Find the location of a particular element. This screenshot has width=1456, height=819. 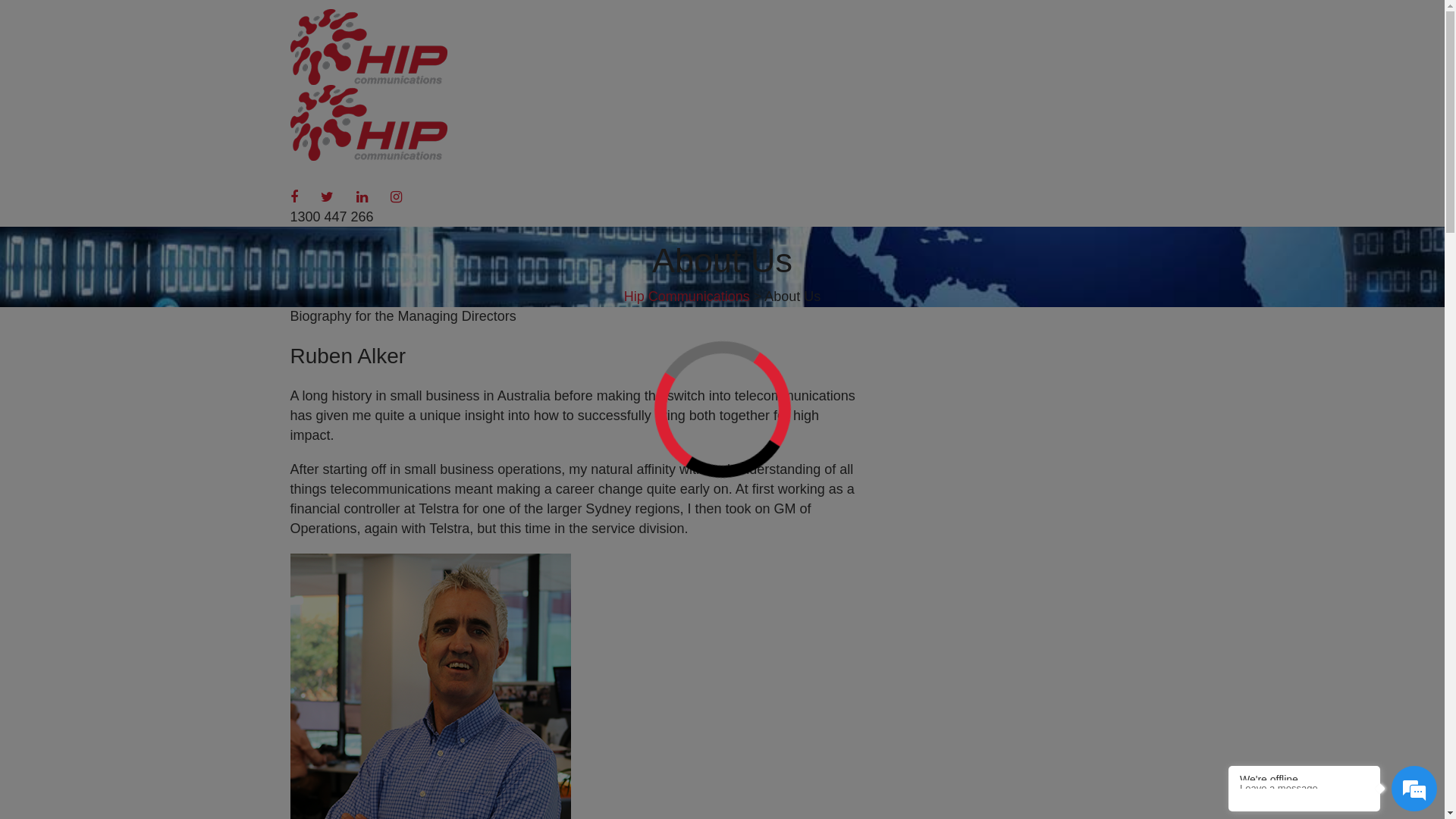

'linkedin' is located at coordinates (361, 196).